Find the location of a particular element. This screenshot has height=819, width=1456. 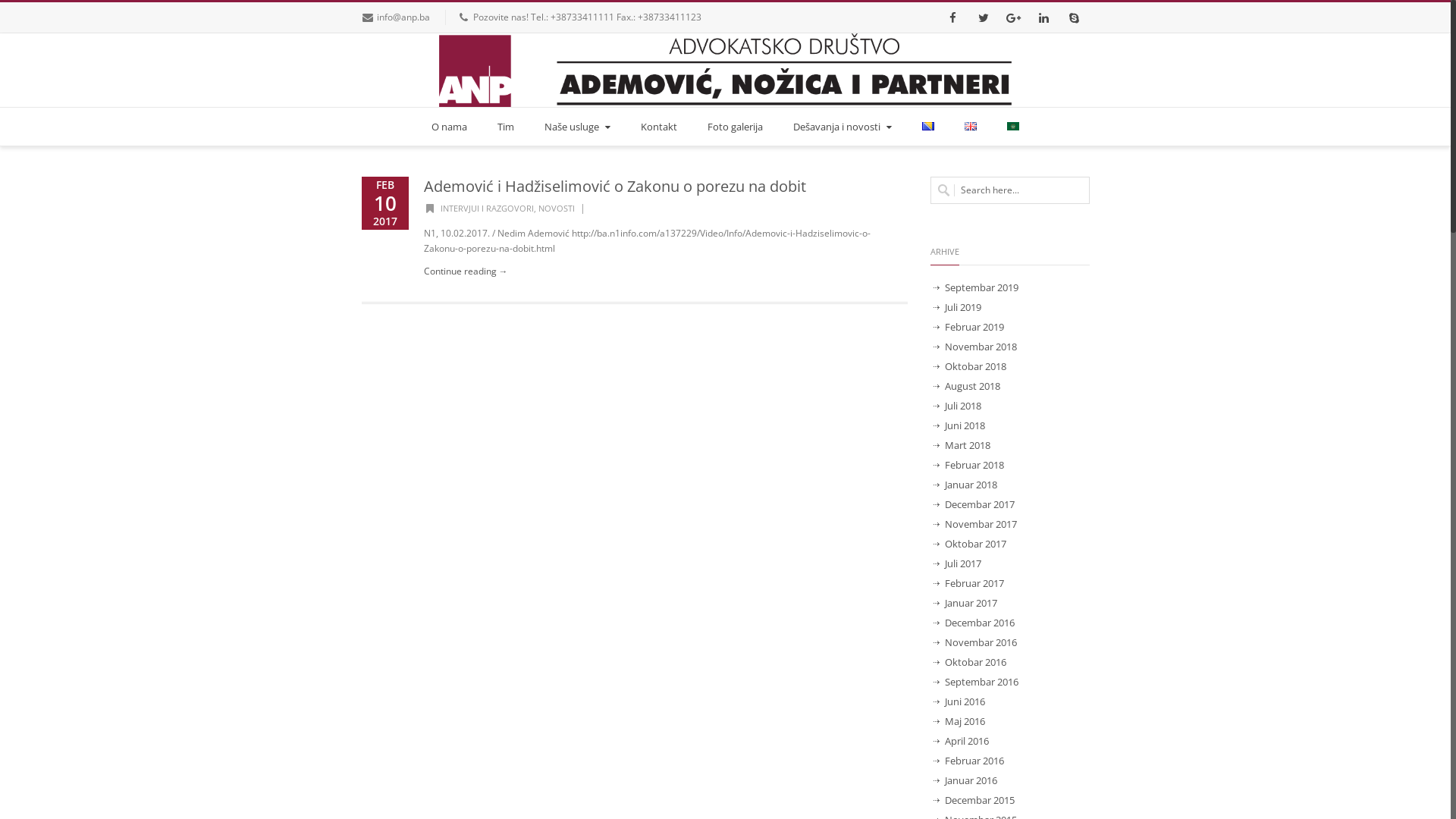

'Decembar 2017' is located at coordinates (974, 504).